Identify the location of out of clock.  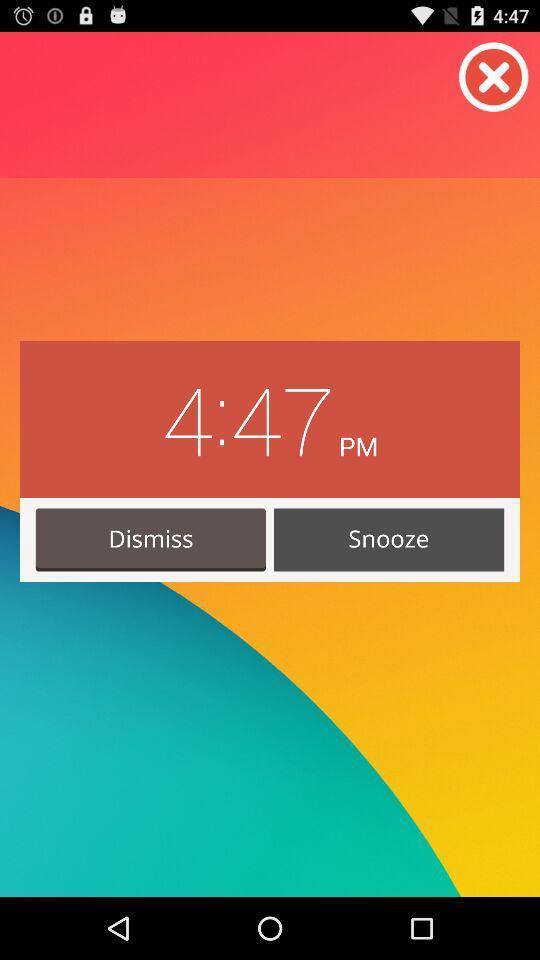
(493, 77).